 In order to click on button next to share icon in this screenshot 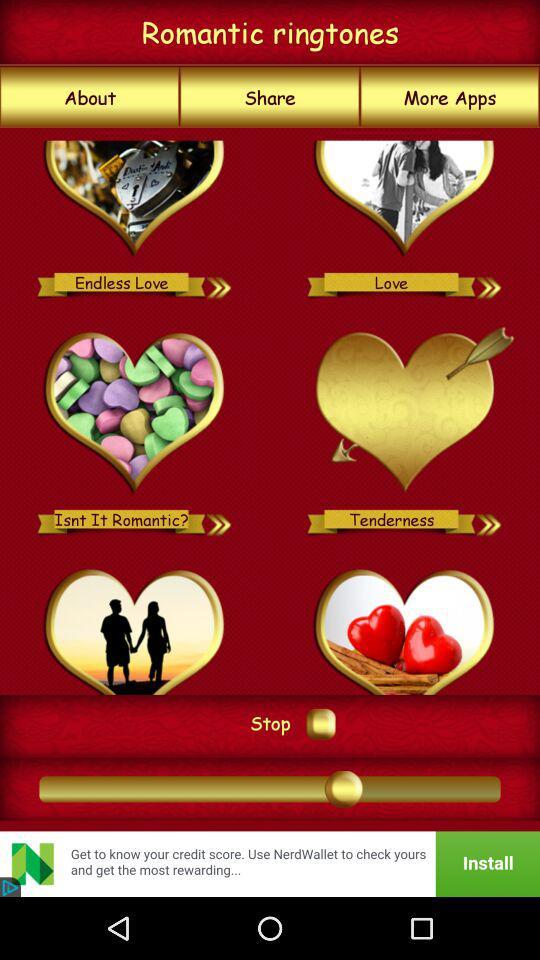, I will do `click(89, 97)`.